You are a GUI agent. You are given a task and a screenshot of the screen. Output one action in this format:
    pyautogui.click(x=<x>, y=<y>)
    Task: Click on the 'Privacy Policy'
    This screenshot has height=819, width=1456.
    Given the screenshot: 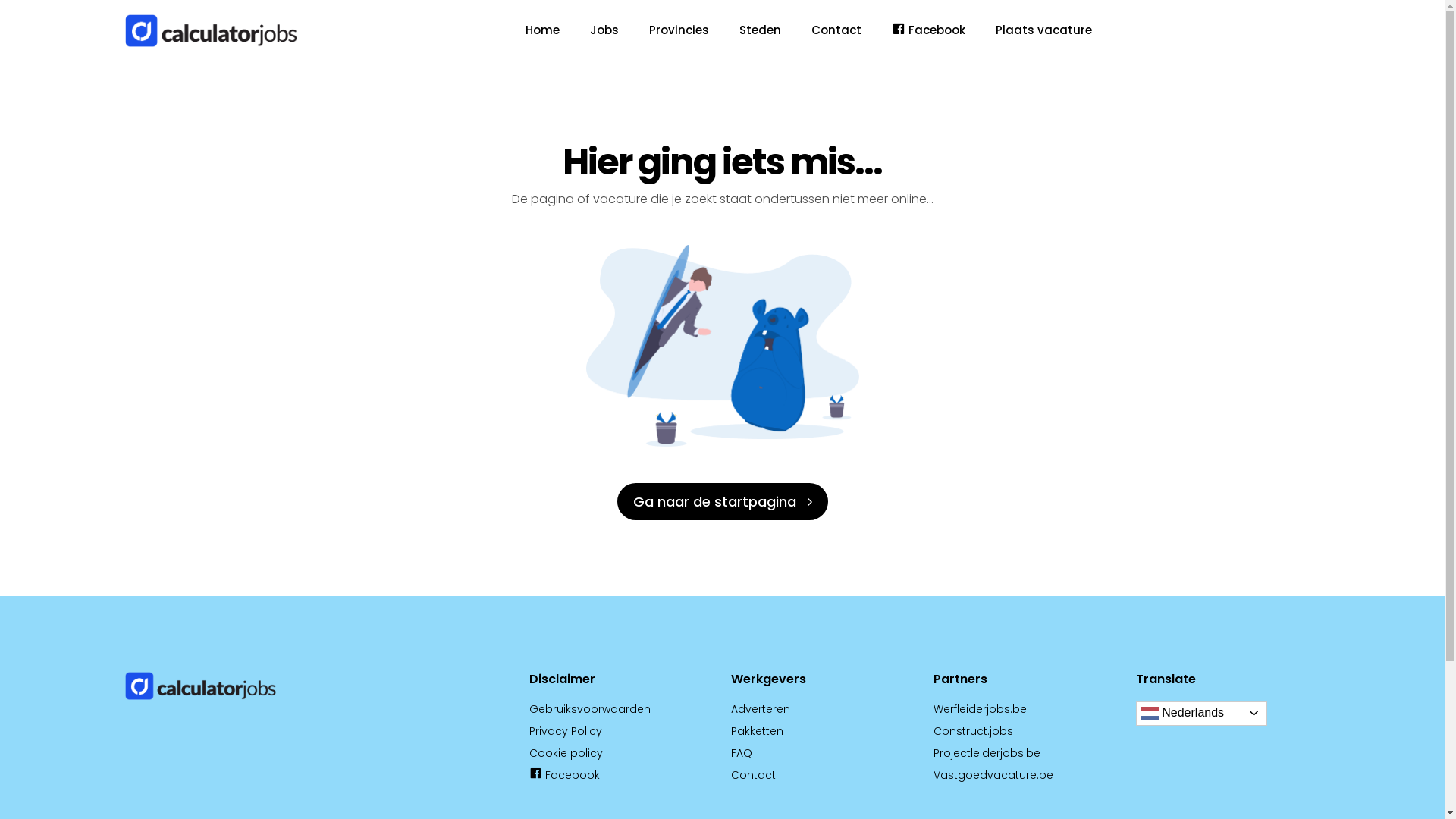 What is the action you would take?
    pyautogui.click(x=564, y=730)
    